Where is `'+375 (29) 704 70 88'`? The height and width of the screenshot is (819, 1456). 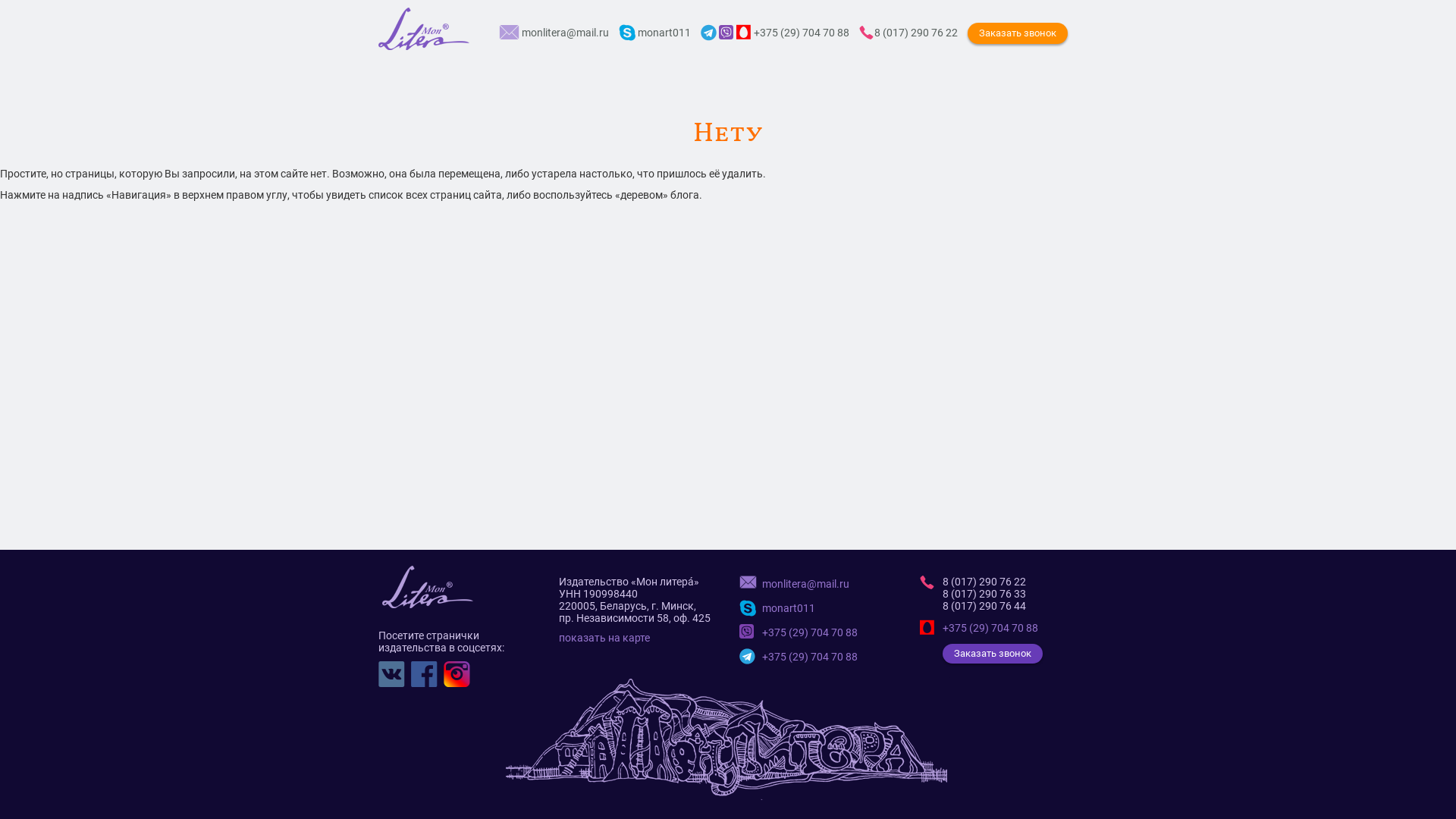 '+375 (29) 704 70 88' is located at coordinates (797, 632).